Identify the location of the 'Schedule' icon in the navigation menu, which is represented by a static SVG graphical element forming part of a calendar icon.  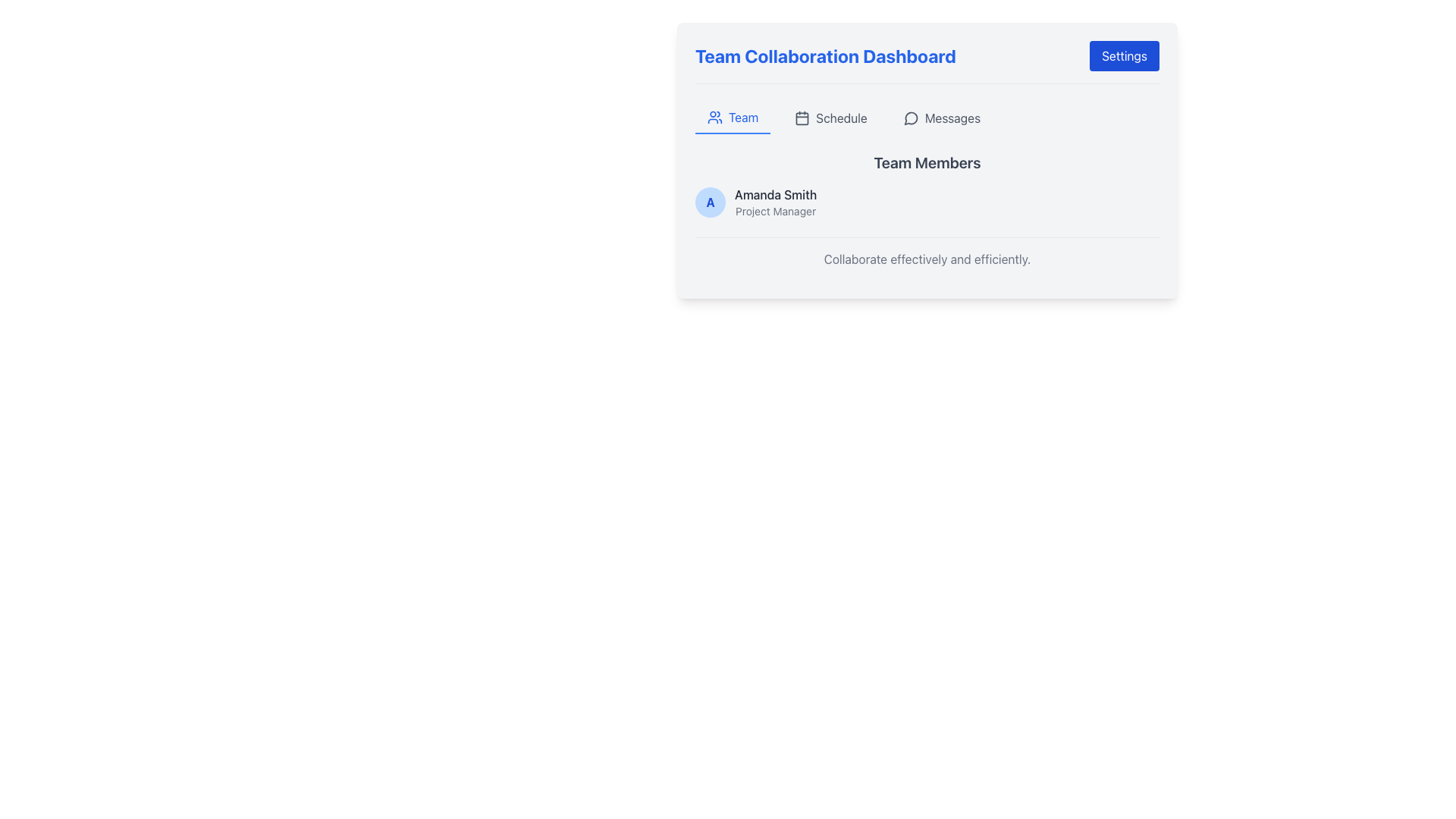
(802, 118).